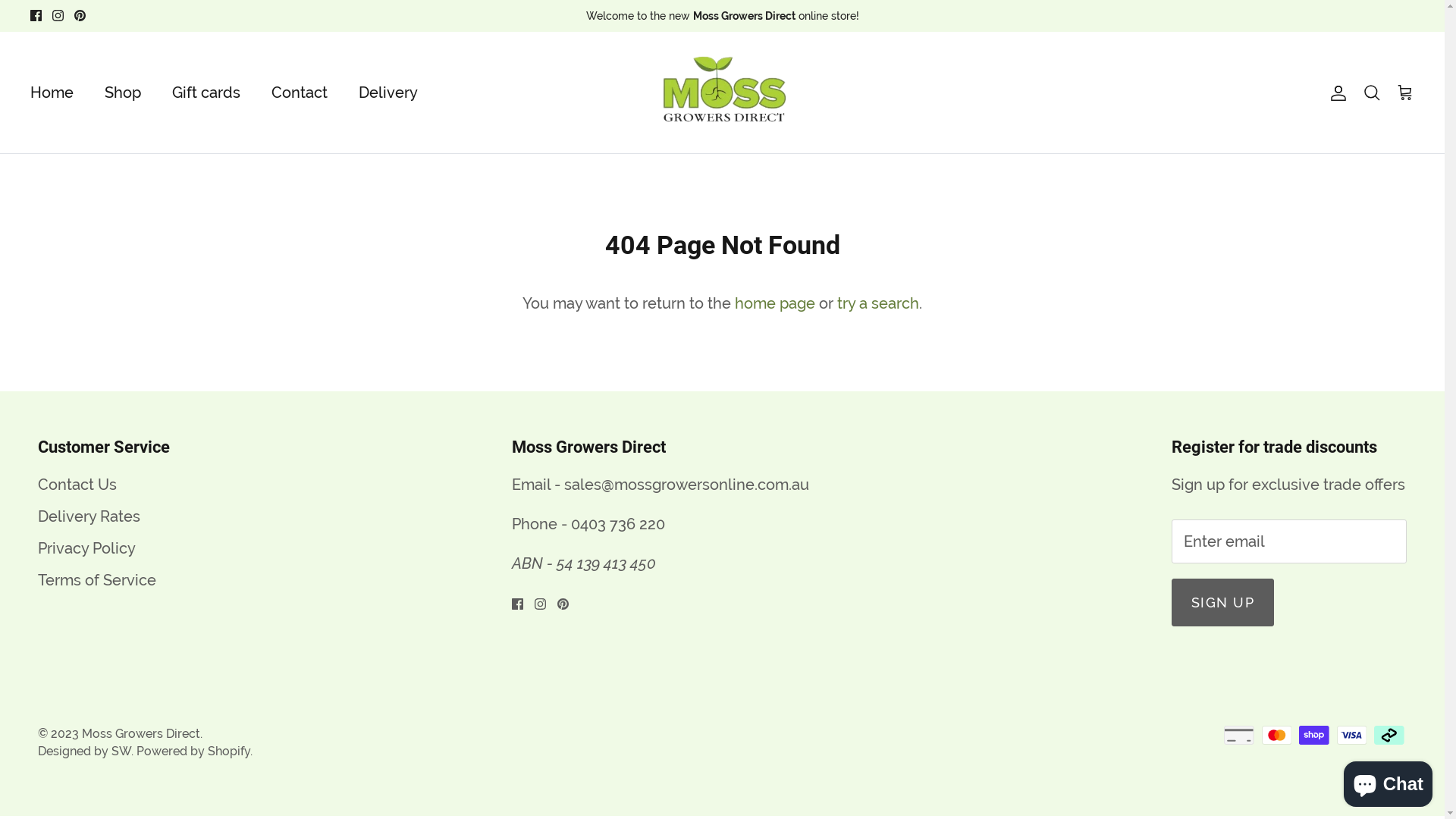  Describe the element at coordinates (79, 15) in the screenshot. I see `'Pinterest'` at that location.